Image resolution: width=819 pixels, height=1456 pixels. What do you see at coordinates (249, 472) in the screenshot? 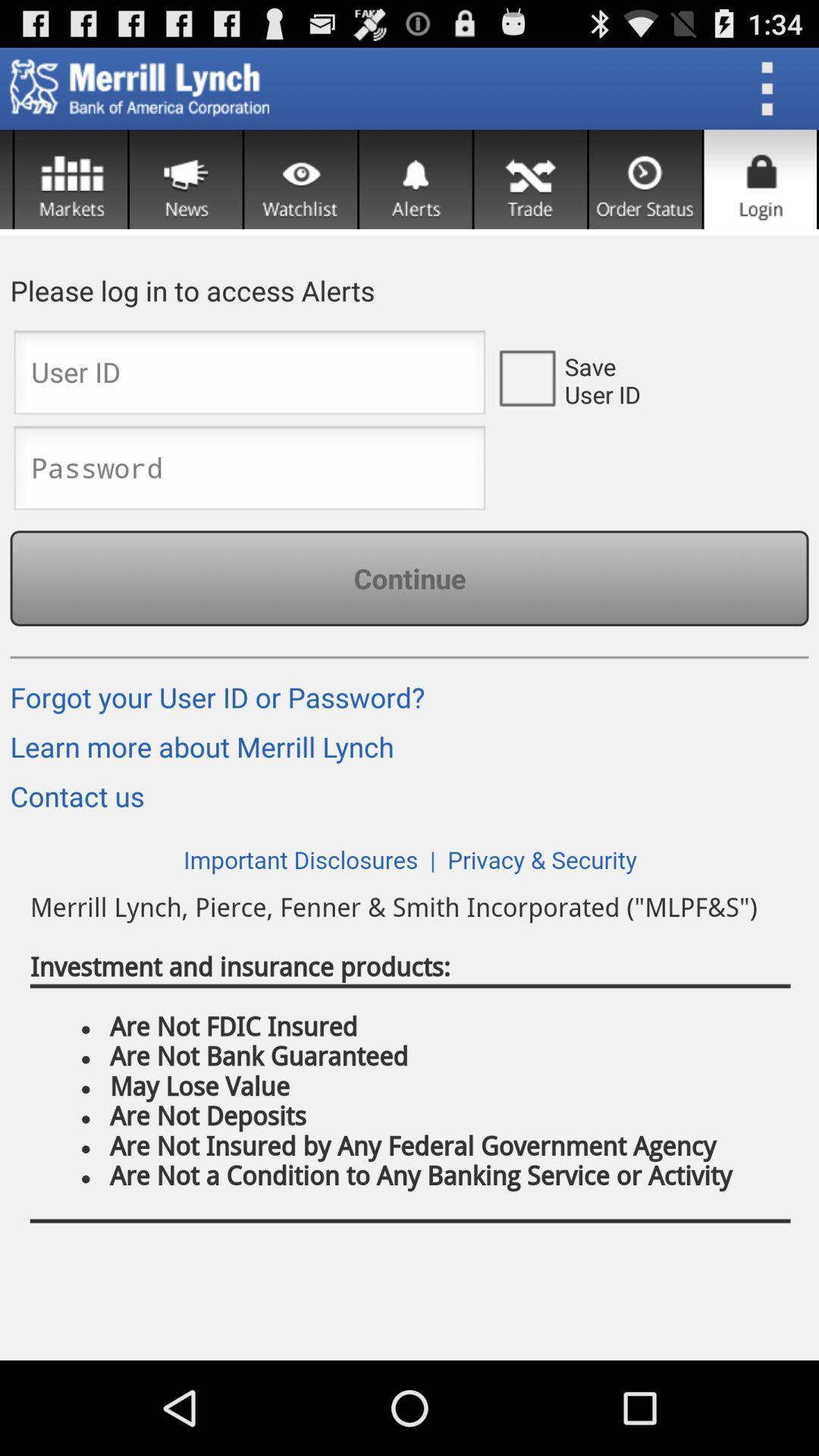
I see `password page` at bounding box center [249, 472].